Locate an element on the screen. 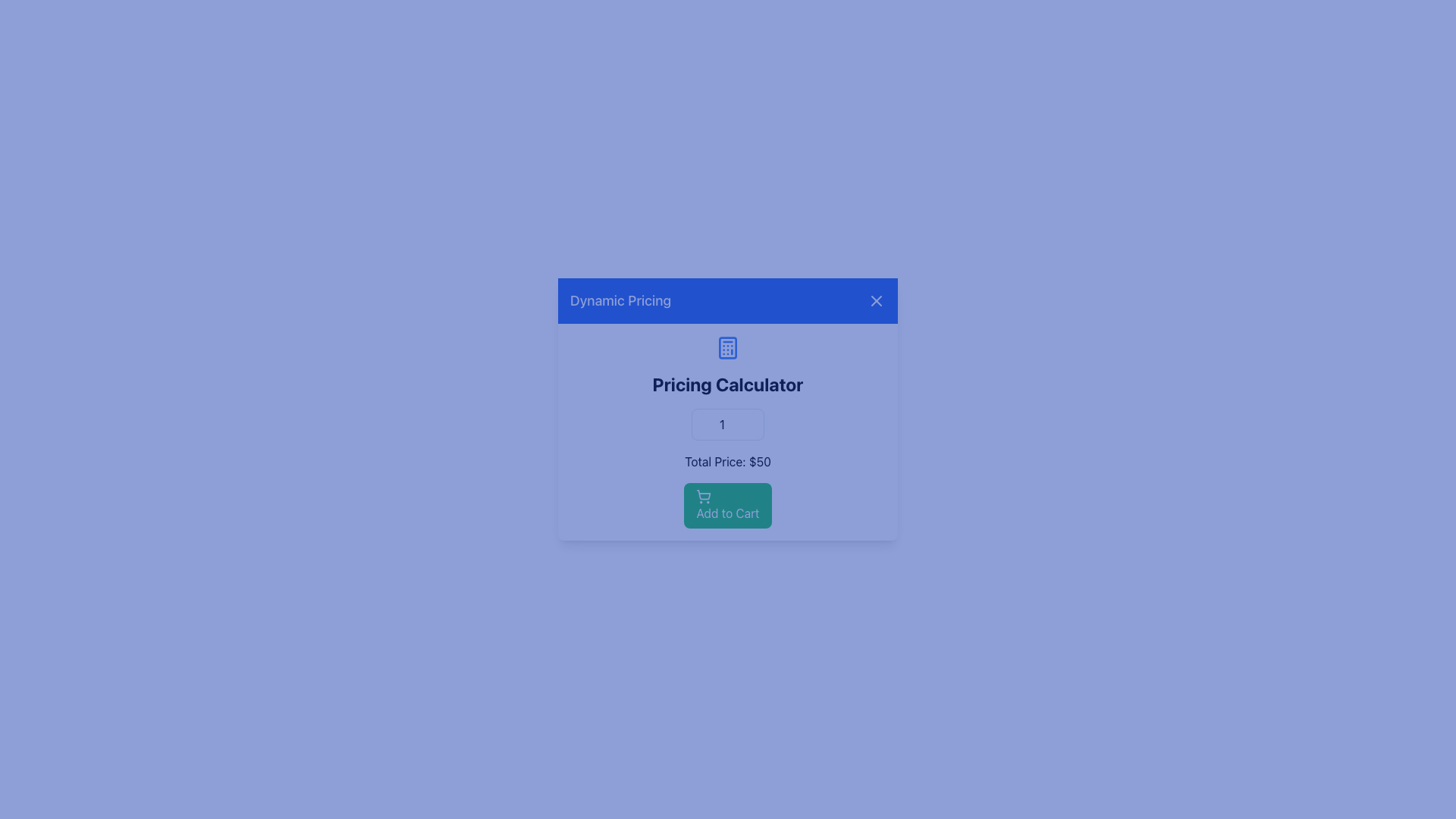  the calculator icon, which is a blue-stroke design located above the 'Pricing Calculator' heading is located at coordinates (728, 348).